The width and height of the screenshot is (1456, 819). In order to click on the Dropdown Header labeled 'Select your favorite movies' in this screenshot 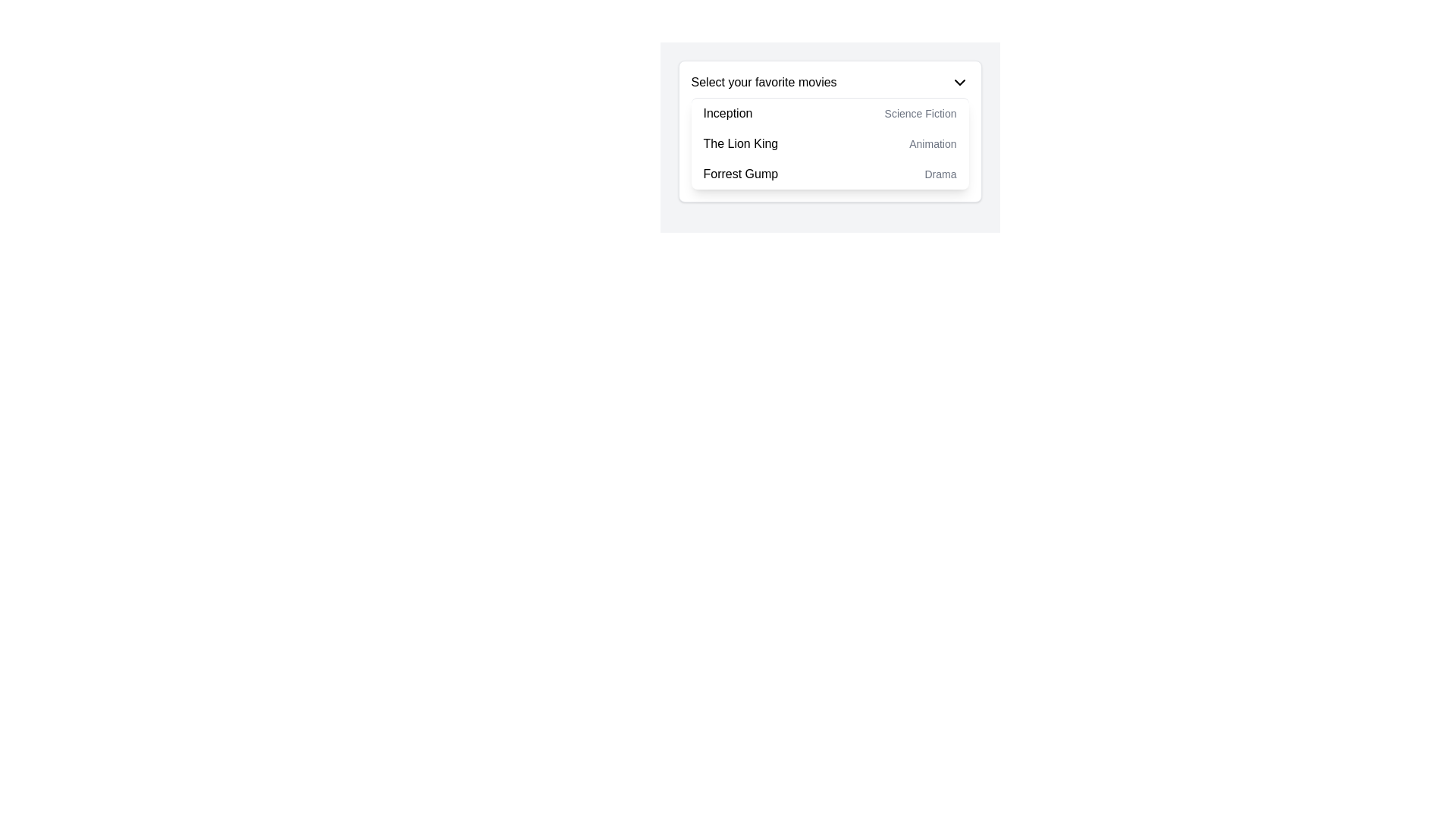, I will do `click(829, 82)`.